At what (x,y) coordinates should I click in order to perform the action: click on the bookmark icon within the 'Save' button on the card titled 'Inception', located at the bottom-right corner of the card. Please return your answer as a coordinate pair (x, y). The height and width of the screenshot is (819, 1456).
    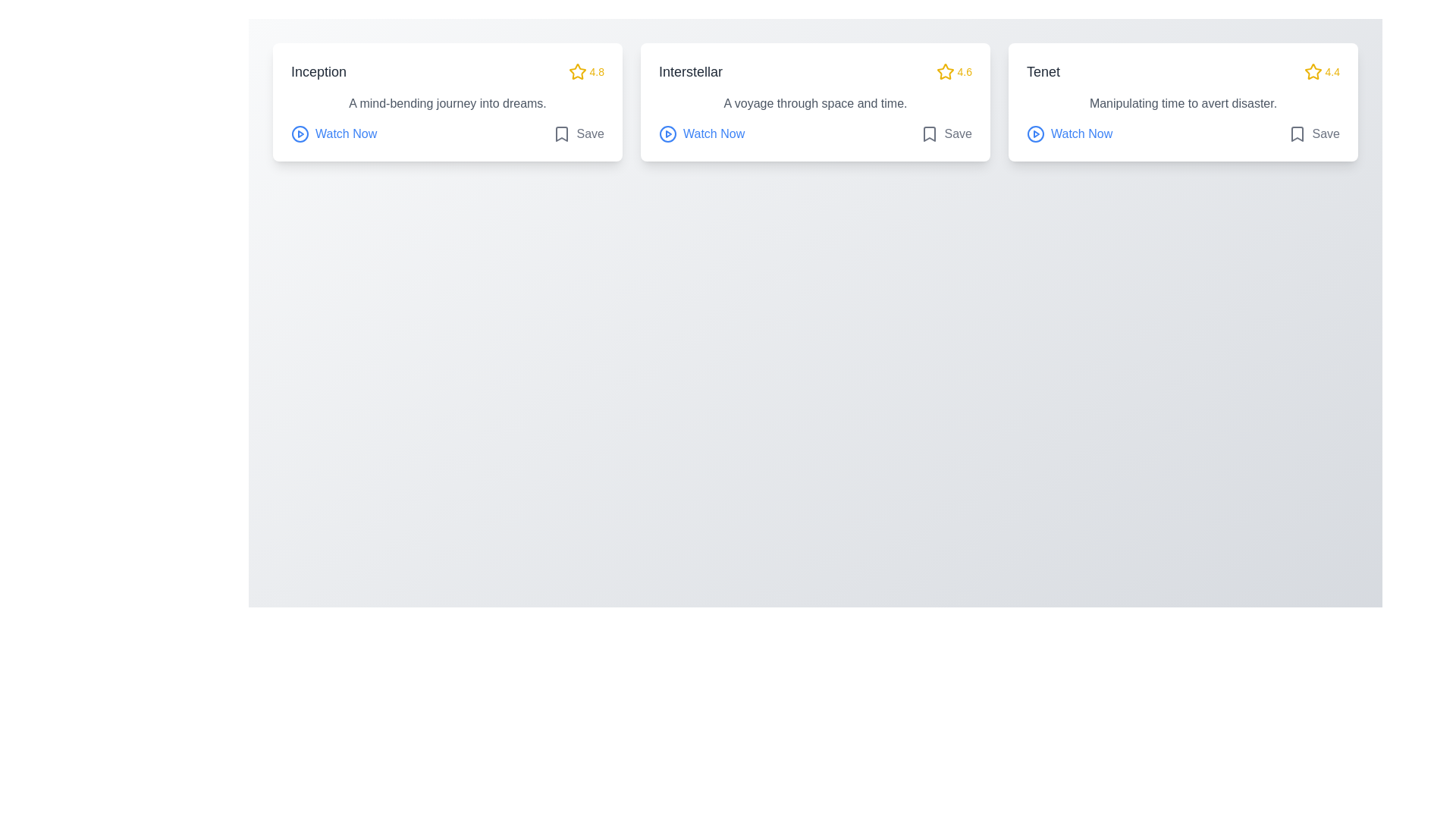
    Looking at the image, I should click on (560, 133).